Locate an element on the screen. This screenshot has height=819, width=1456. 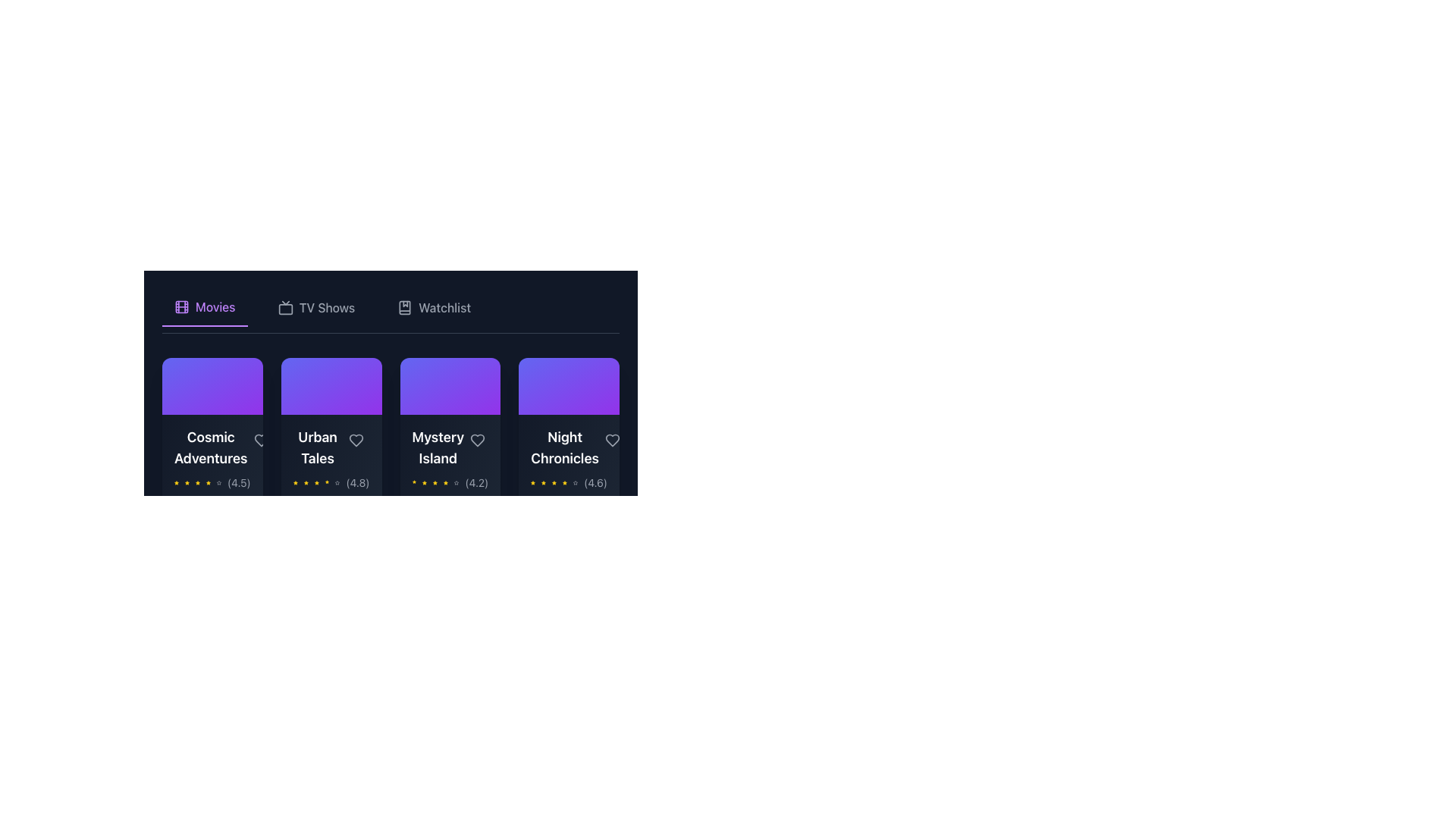
text displayed on the text label that serves as the title for the movie or item, which is the primary heading within its card, located third from the left in a horizontal list of movie titles is located at coordinates (449, 447).